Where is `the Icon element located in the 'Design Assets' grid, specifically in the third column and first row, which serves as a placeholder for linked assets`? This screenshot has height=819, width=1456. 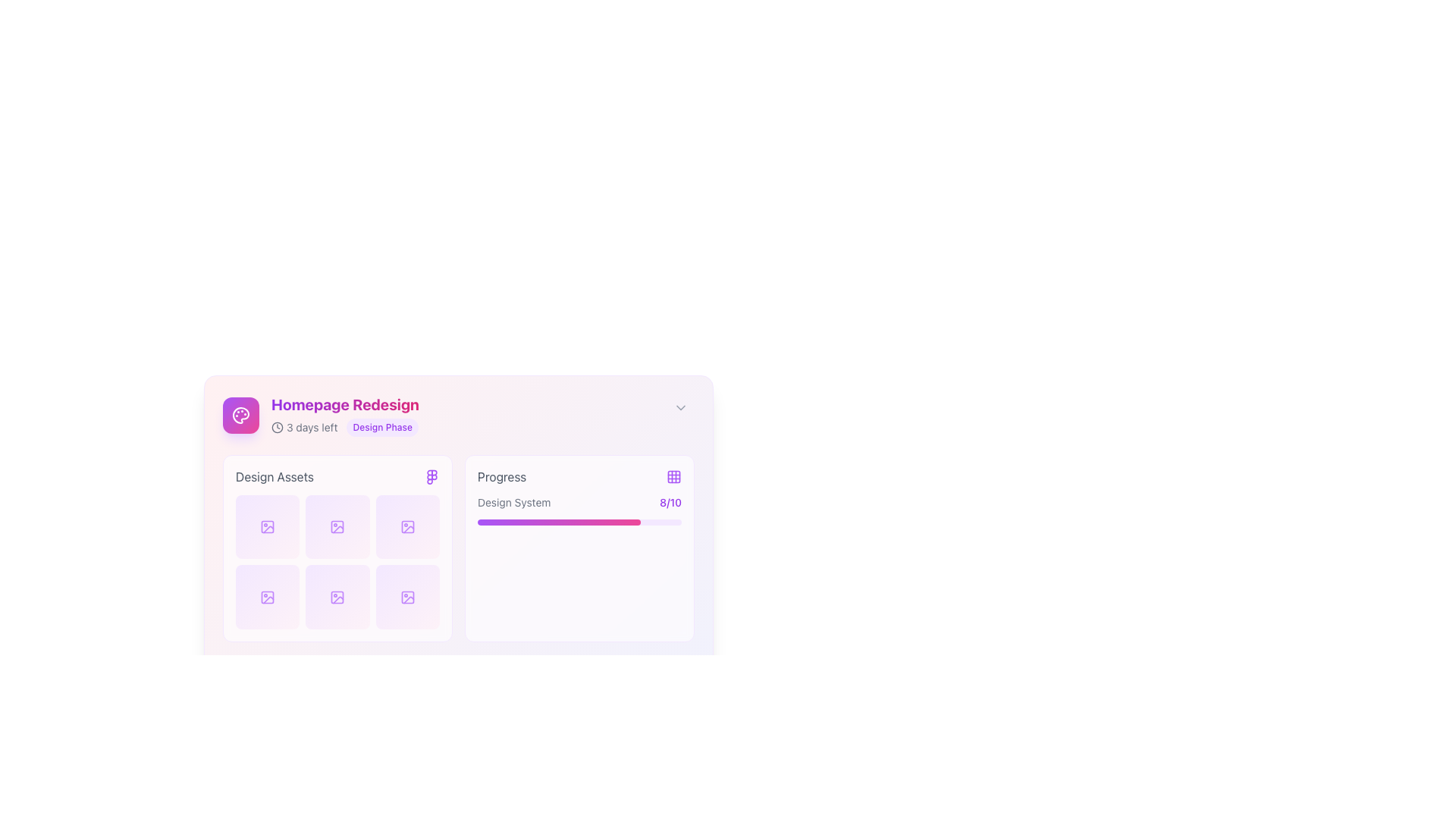
the Icon element located in the 'Design Assets' grid, specifically in the third column and first row, which serves as a placeholder for linked assets is located at coordinates (407, 526).